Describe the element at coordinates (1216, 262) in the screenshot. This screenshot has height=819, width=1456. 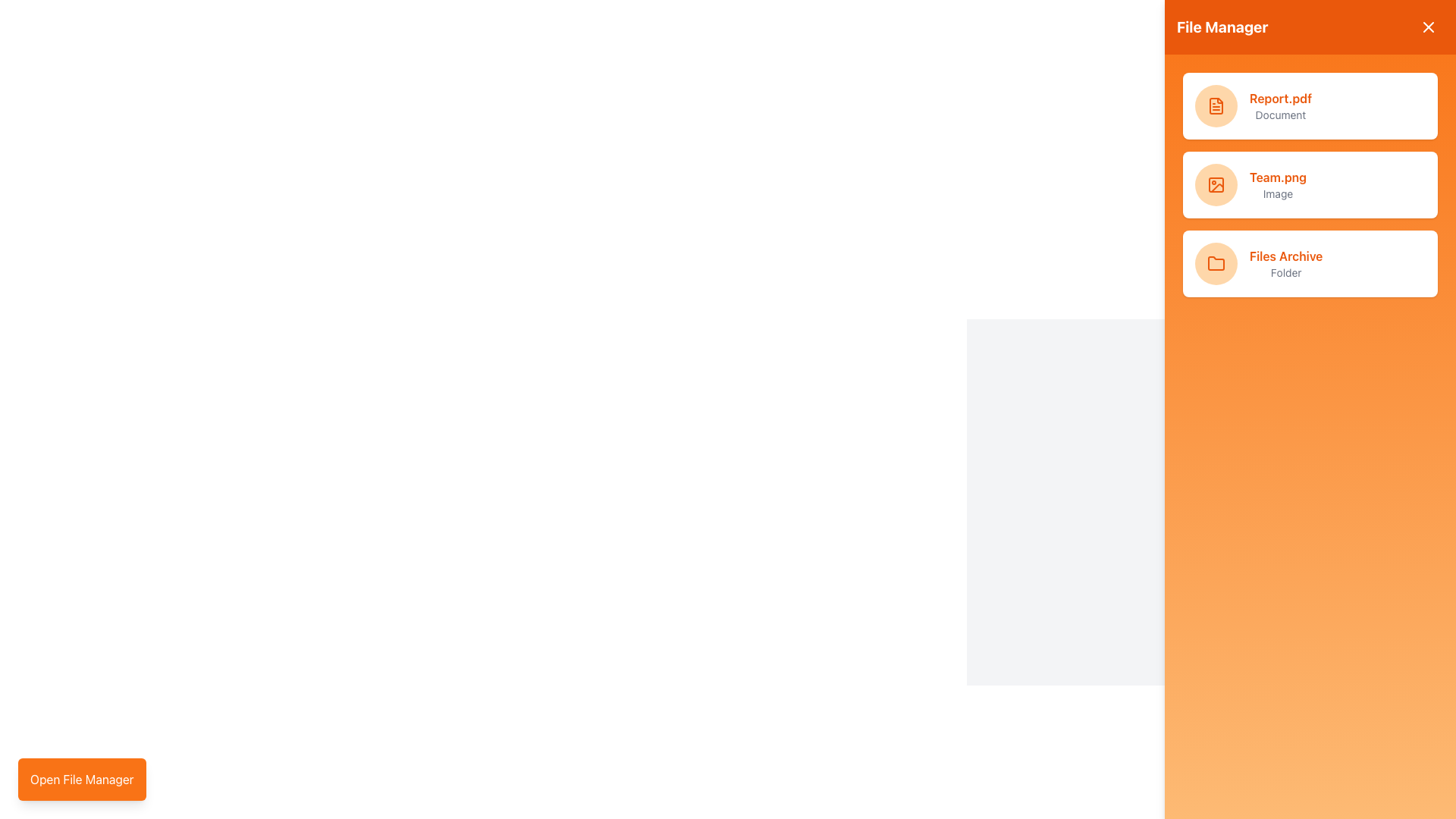
I see `the circular icon with a folder symbol inside, which has a slightly orange background and is located on the 'Files Archive' card in the 'File Manager' panel` at that location.